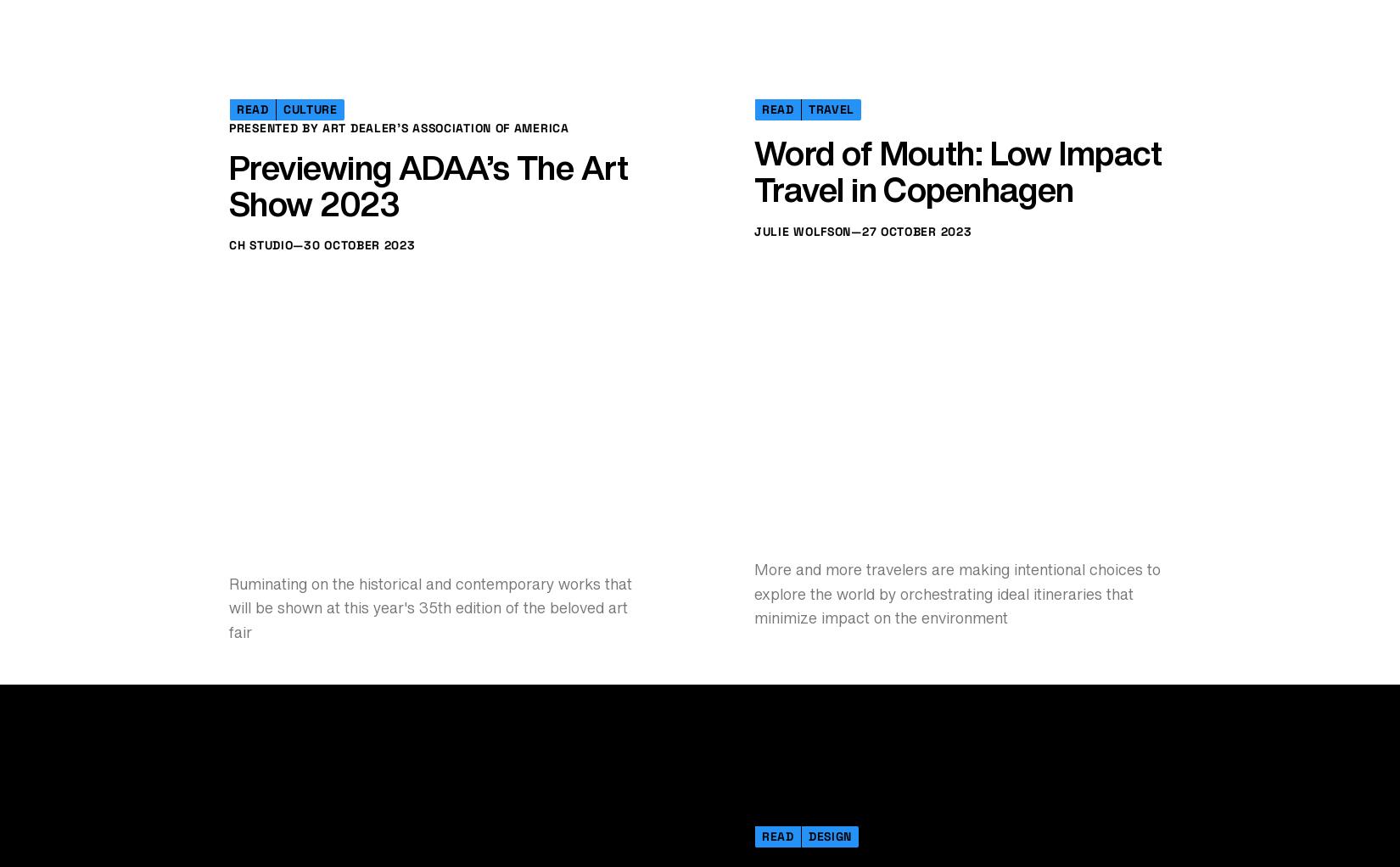 The width and height of the screenshot is (1400, 867). I want to click on '30 October 2023', so click(358, 613).